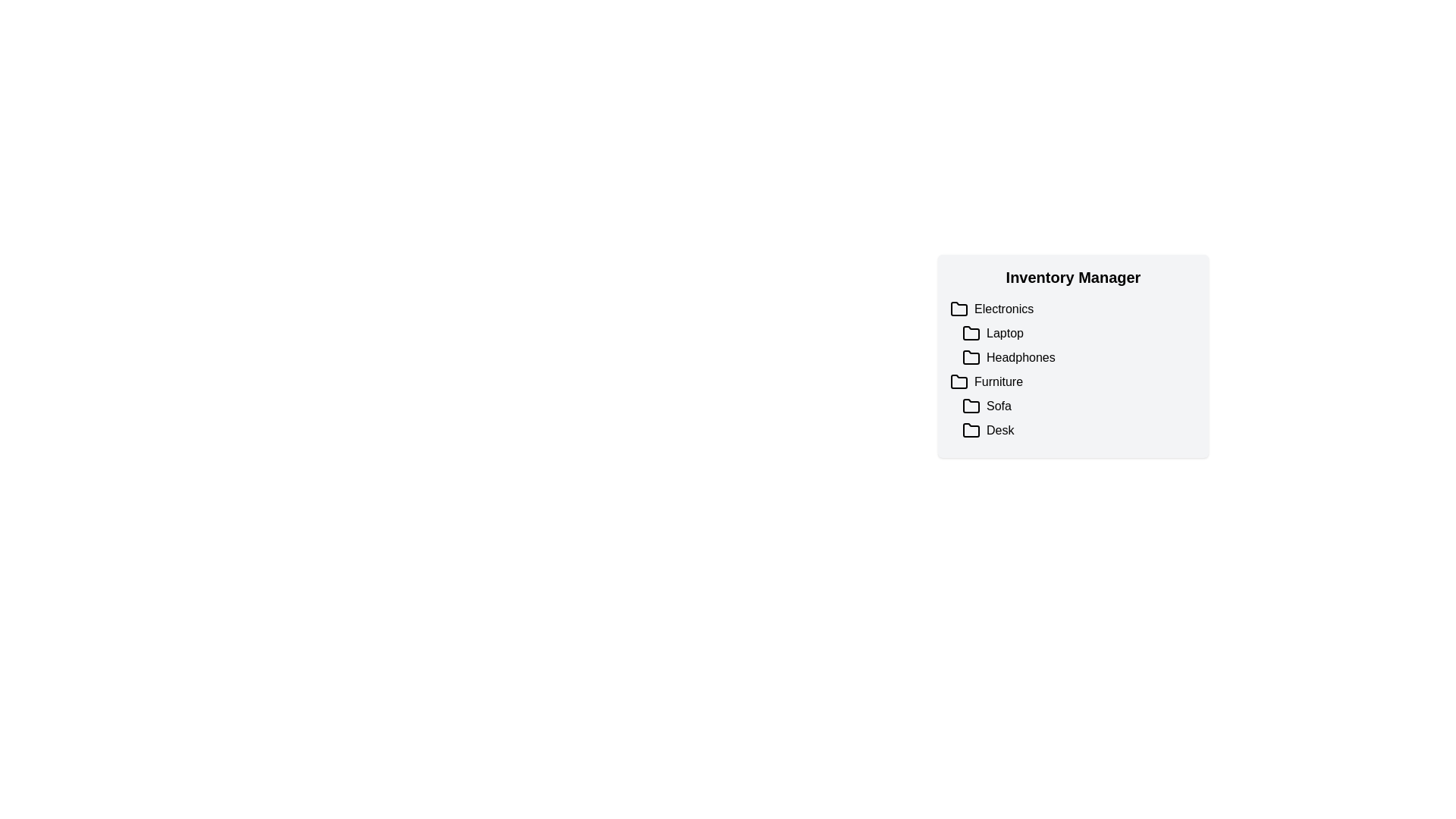 This screenshot has width=1456, height=819. I want to click on to select the List item with icons under the 'Furniture' category in the inventory manager interface, so click(1078, 418).